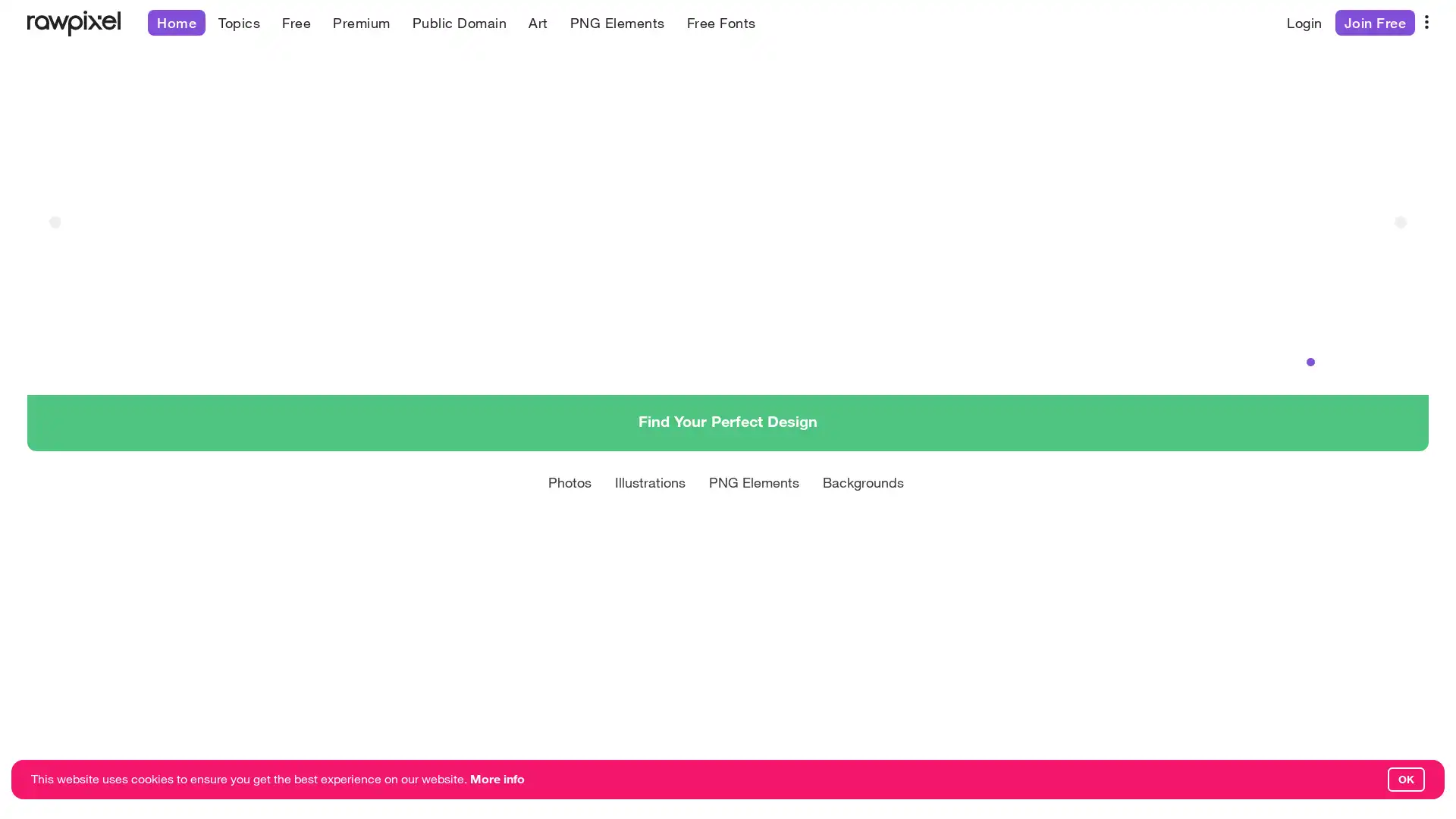  I want to click on Save, so click(1099, 769).